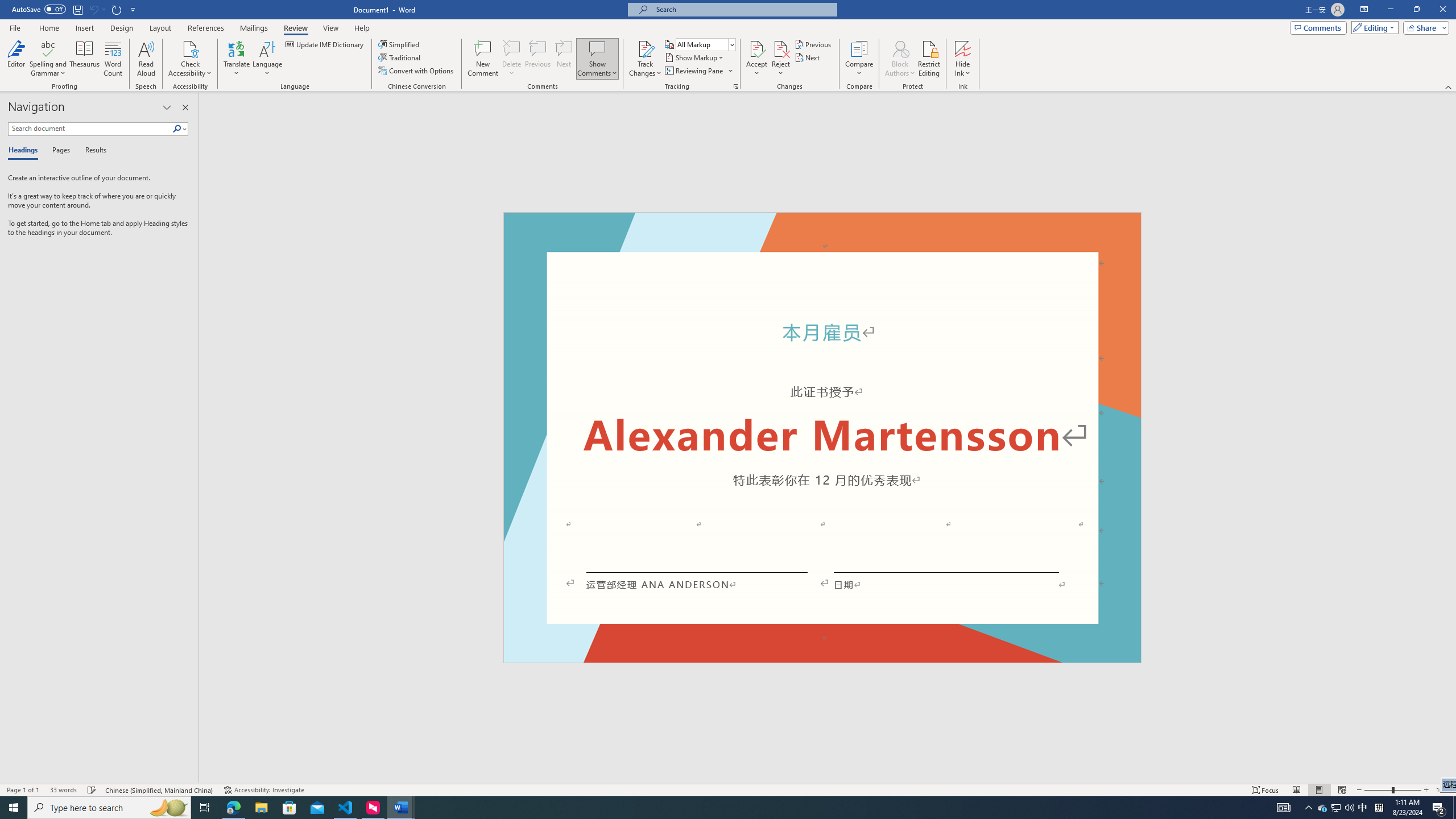  I want to click on 'Language', so click(267, 59).